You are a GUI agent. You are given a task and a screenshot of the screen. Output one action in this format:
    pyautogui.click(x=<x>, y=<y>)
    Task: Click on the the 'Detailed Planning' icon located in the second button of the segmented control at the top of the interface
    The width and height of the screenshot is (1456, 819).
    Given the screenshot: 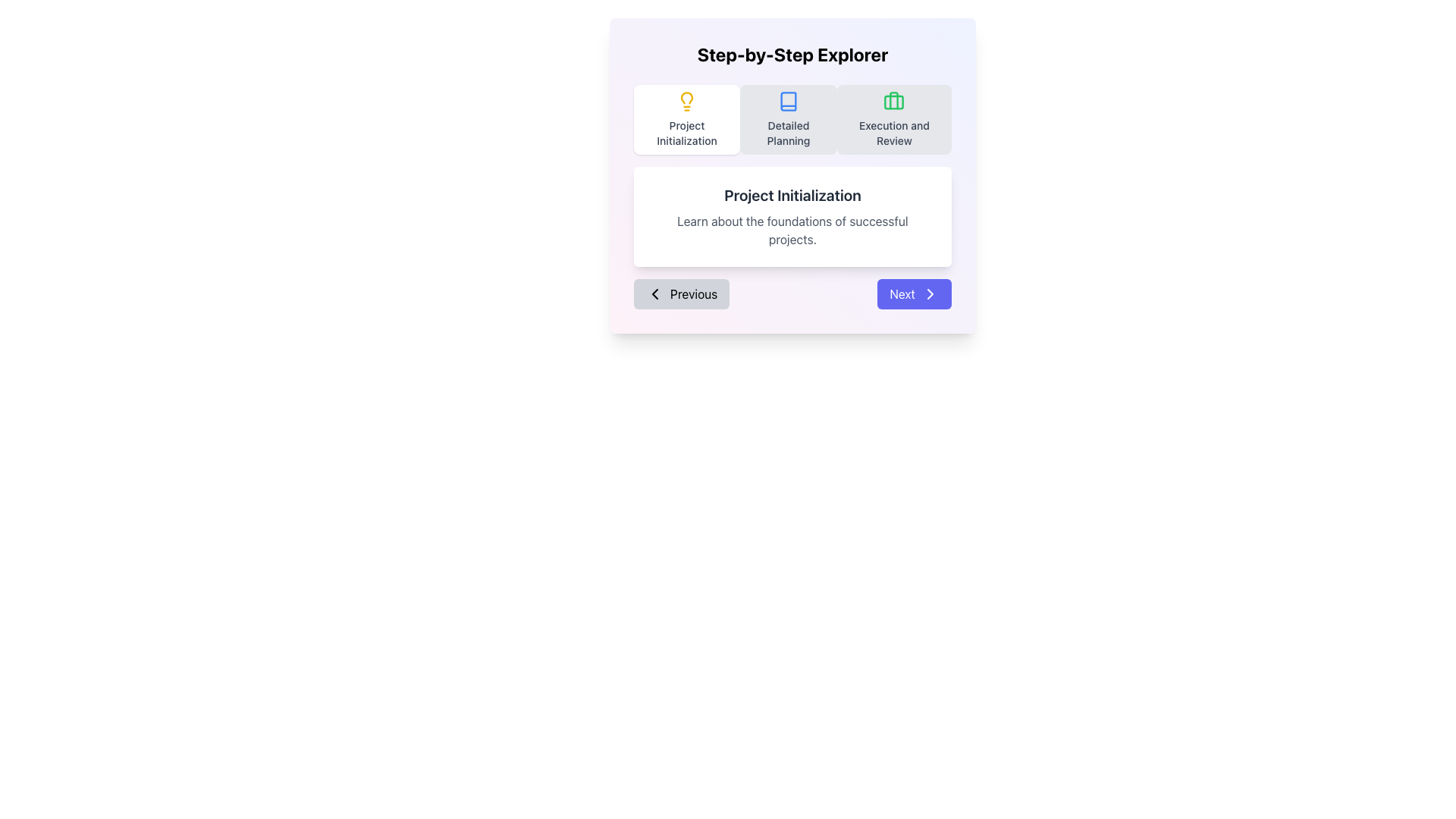 What is the action you would take?
    pyautogui.click(x=789, y=102)
    